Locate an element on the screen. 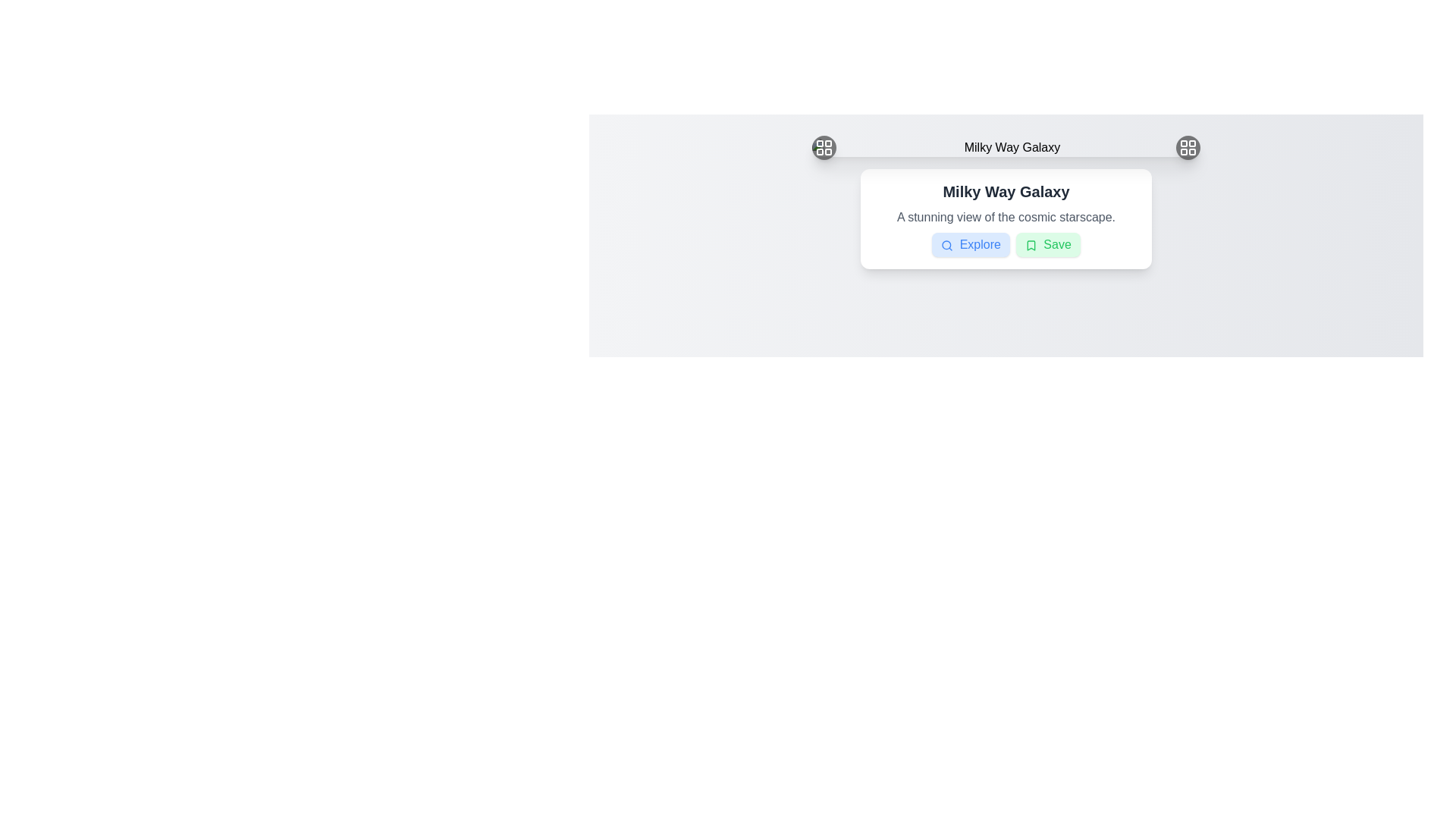  the heading text element that displays 'Milky Way Galaxy' in bold and large font, located at the center of a white card is located at coordinates (1006, 191).